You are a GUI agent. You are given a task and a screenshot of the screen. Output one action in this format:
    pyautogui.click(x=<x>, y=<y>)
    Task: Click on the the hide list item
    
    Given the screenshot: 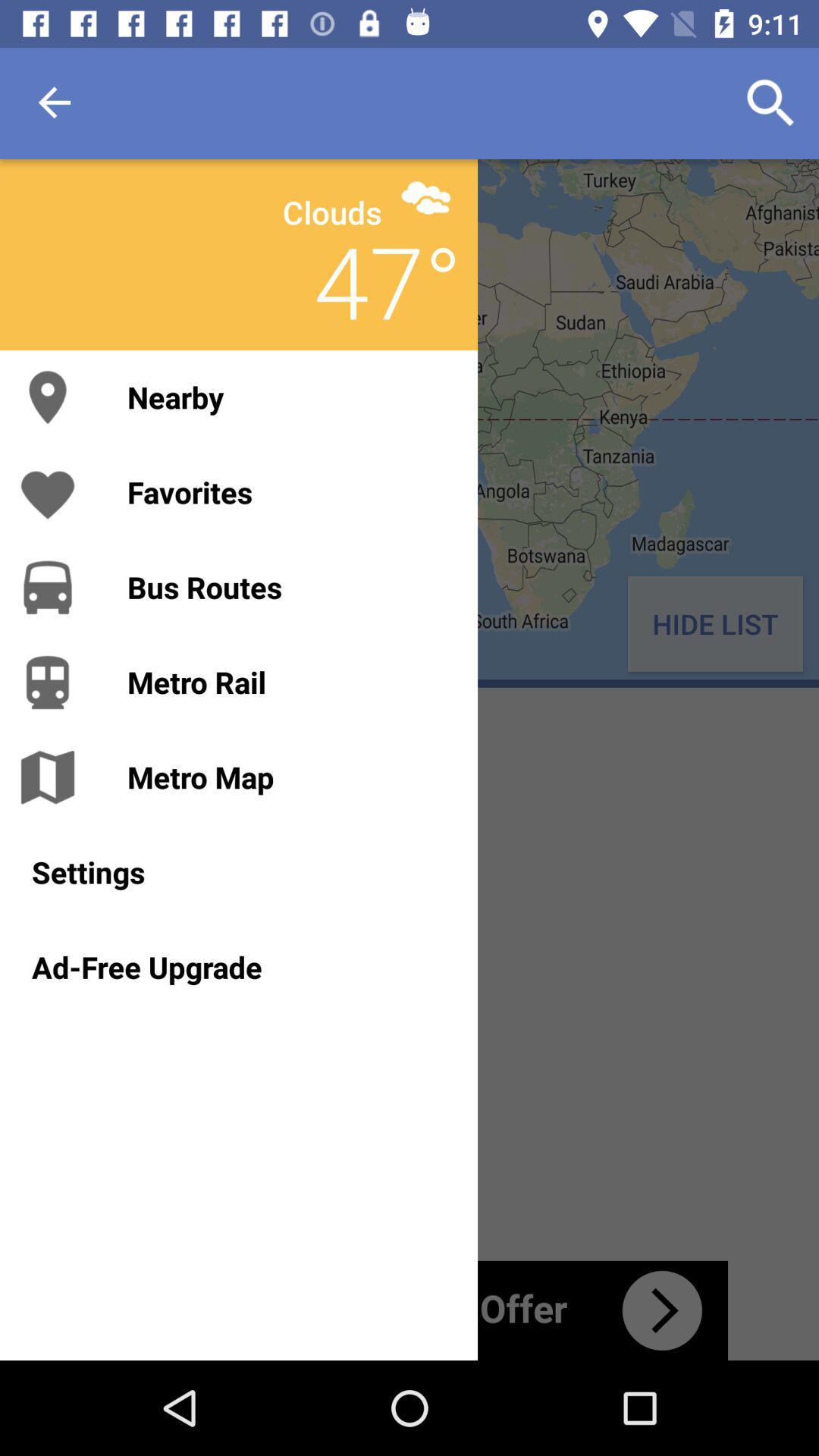 What is the action you would take?
    pyautogui.click(x=715, y=623)
    